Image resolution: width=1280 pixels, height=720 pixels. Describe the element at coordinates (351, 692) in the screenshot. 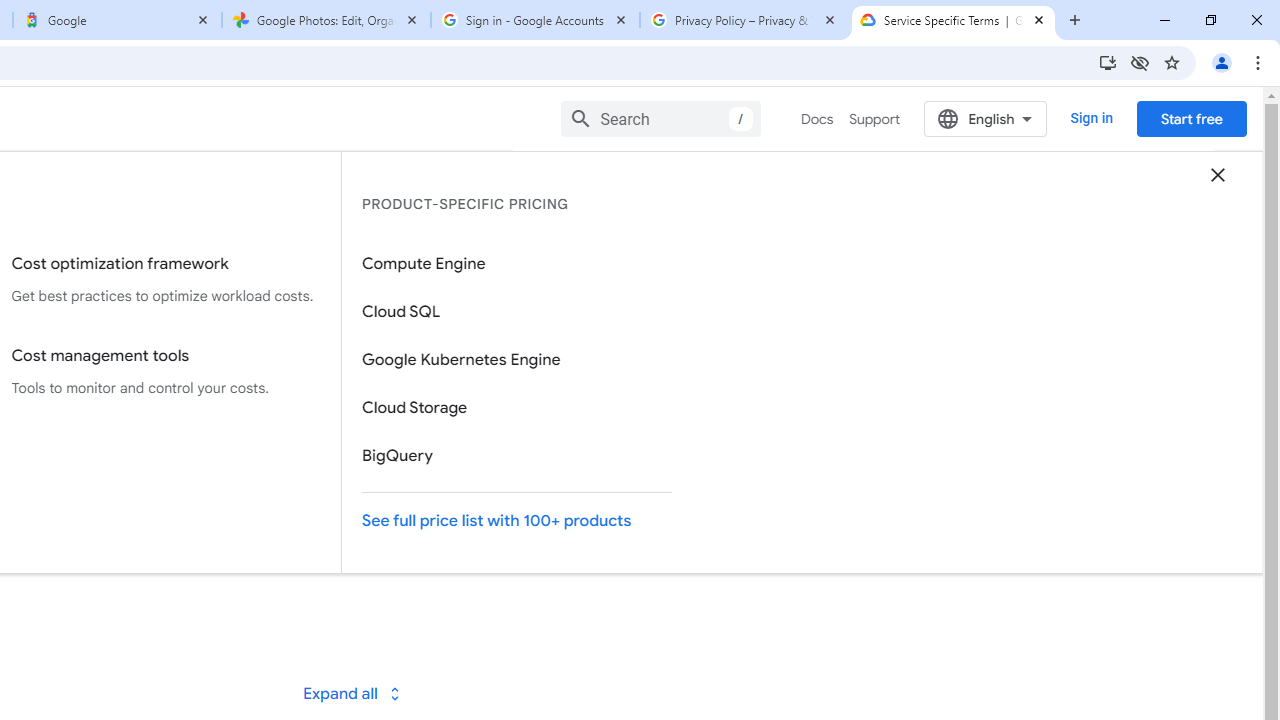

I see `'Toggle all'` at that location.